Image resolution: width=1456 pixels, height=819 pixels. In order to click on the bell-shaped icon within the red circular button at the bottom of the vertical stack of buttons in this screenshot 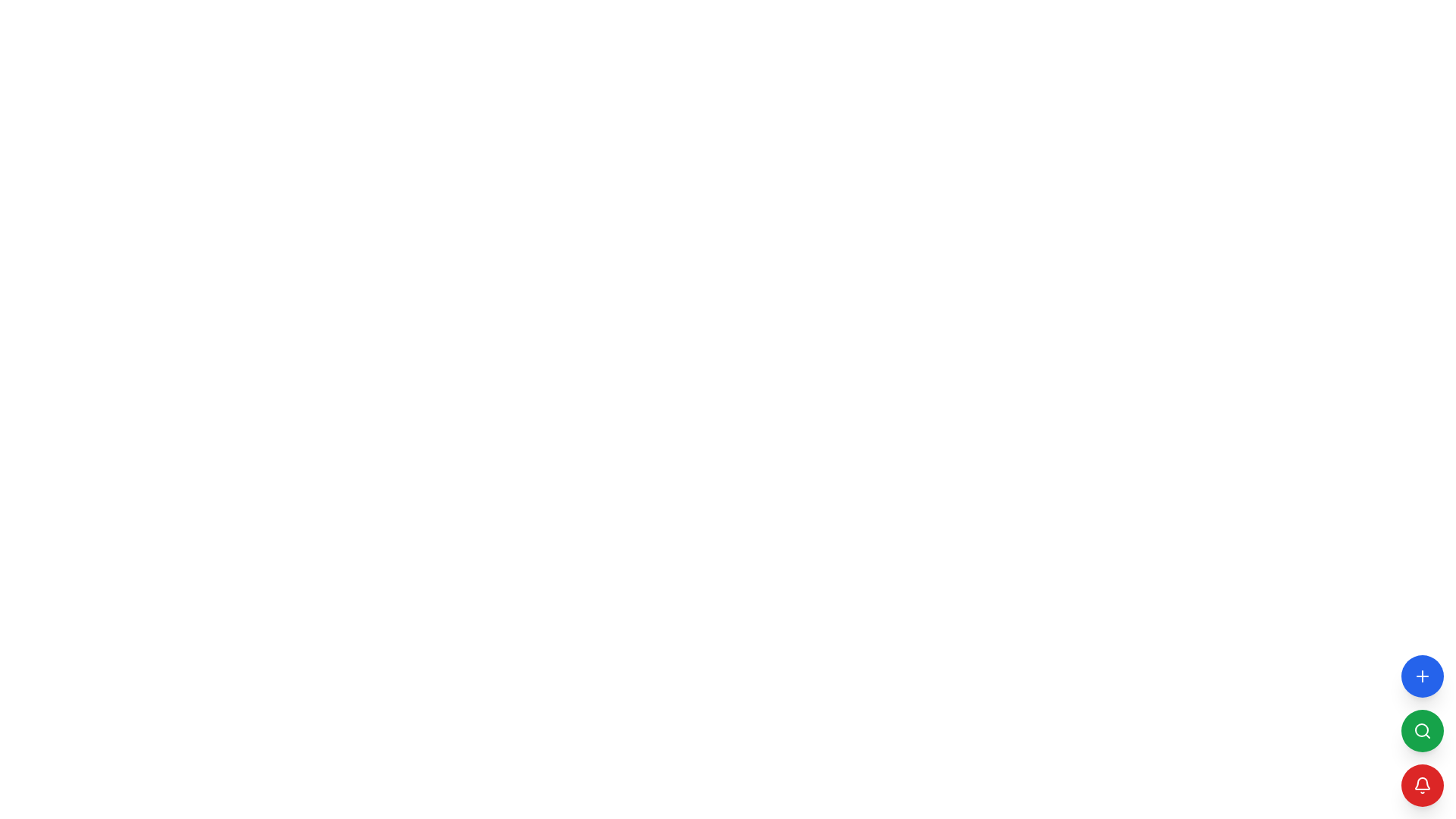, I will do `click(1422, 783)`.